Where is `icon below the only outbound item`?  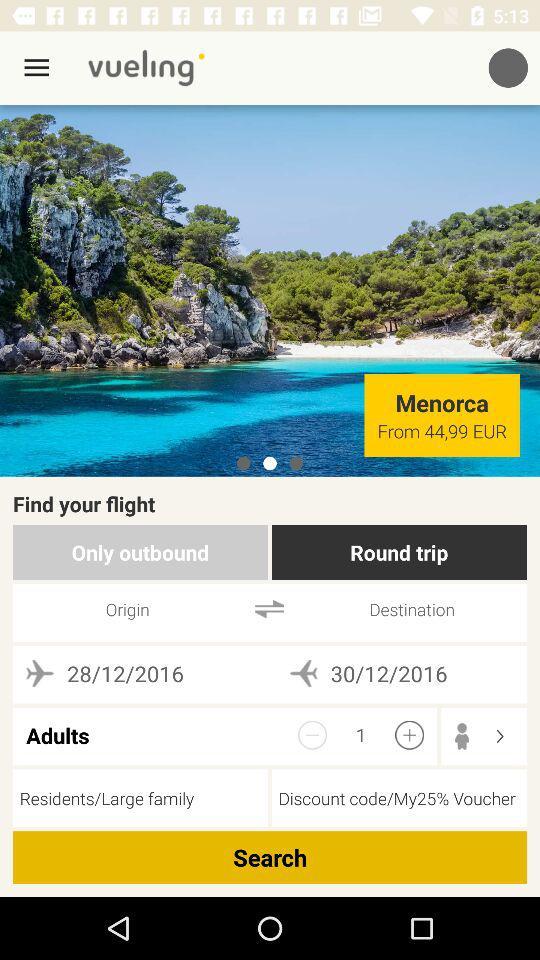 icon below the only outbound item is located at coordinates (269, 608).